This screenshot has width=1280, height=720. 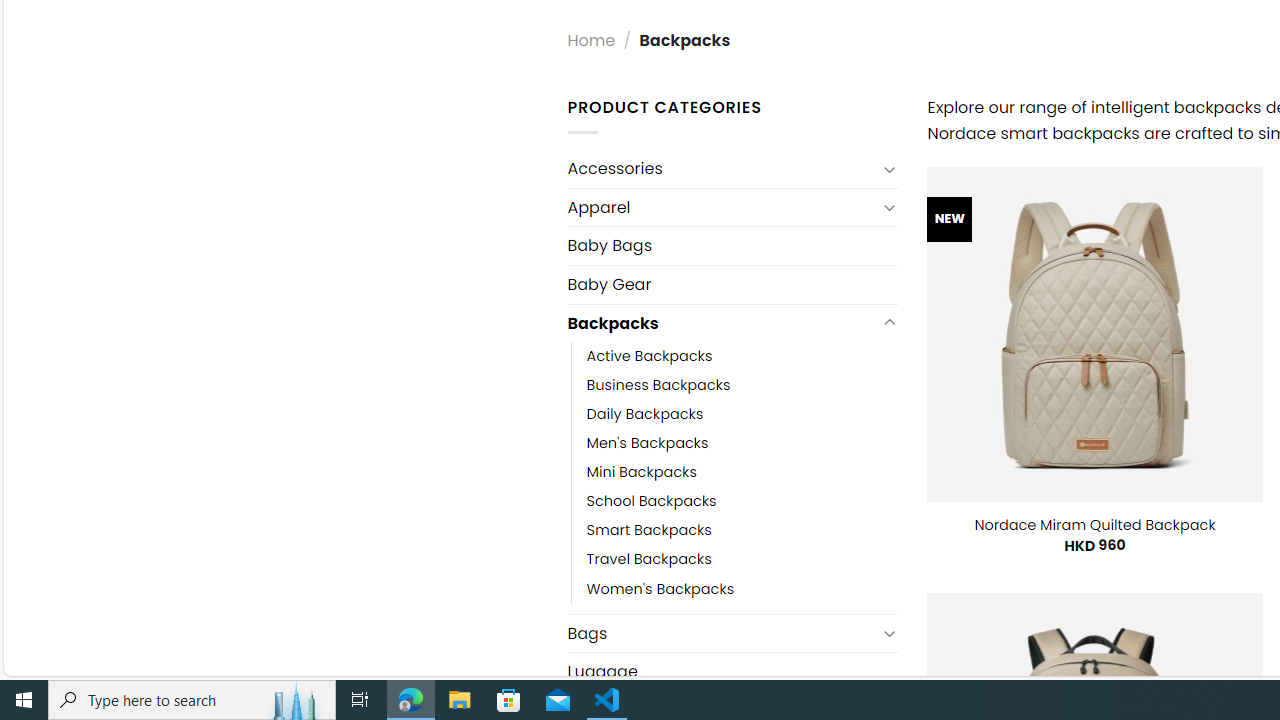 What do you see at coordinates (731, 284) in the screenshot?
I see `'Baby Gear'` at bounding box center [731, 284].